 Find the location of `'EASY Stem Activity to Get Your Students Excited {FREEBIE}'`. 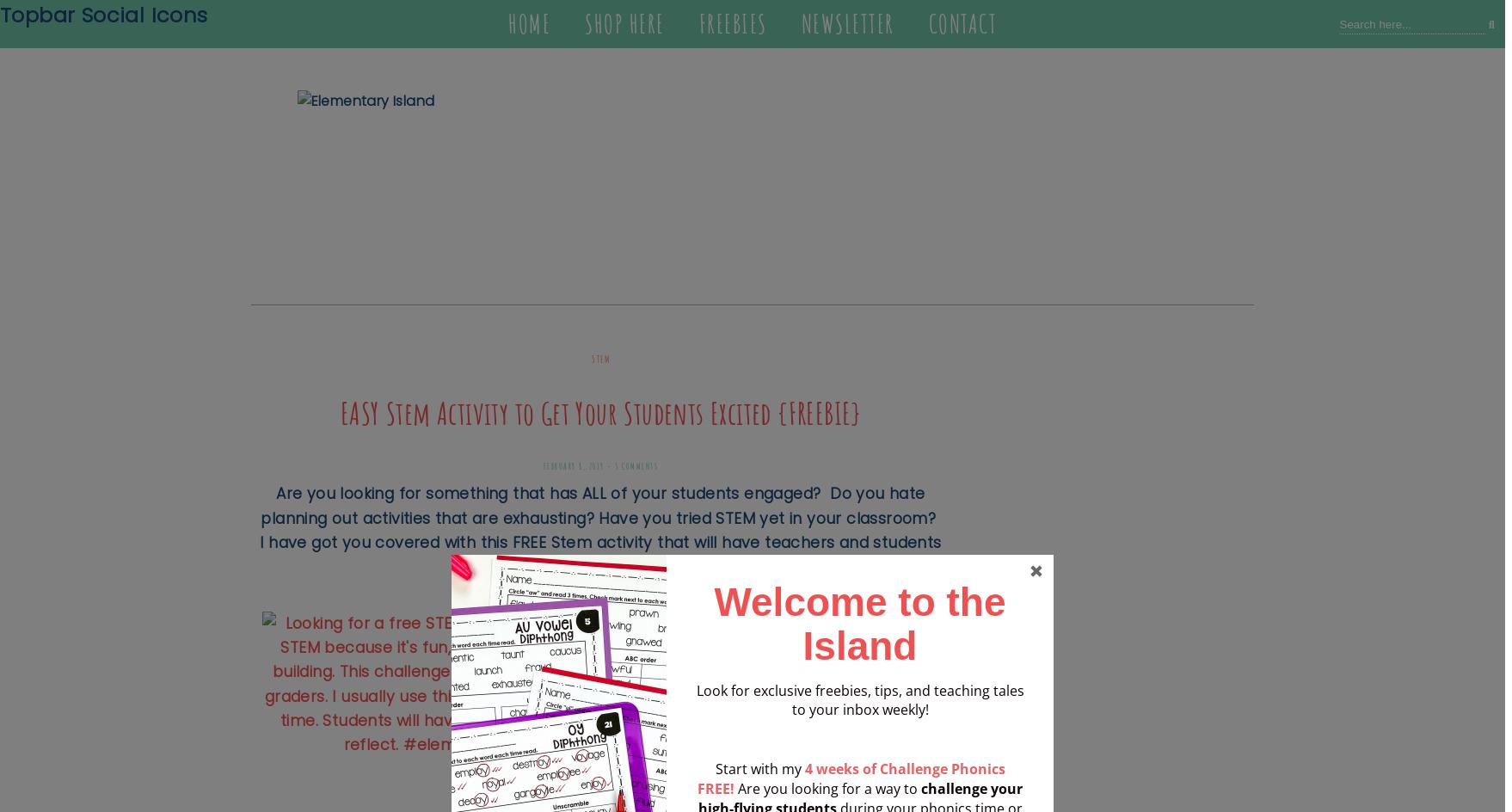

'EASY Stem Activity to Get Your Students Excited {FREEBIE}' is located at coordinates (599, 413).